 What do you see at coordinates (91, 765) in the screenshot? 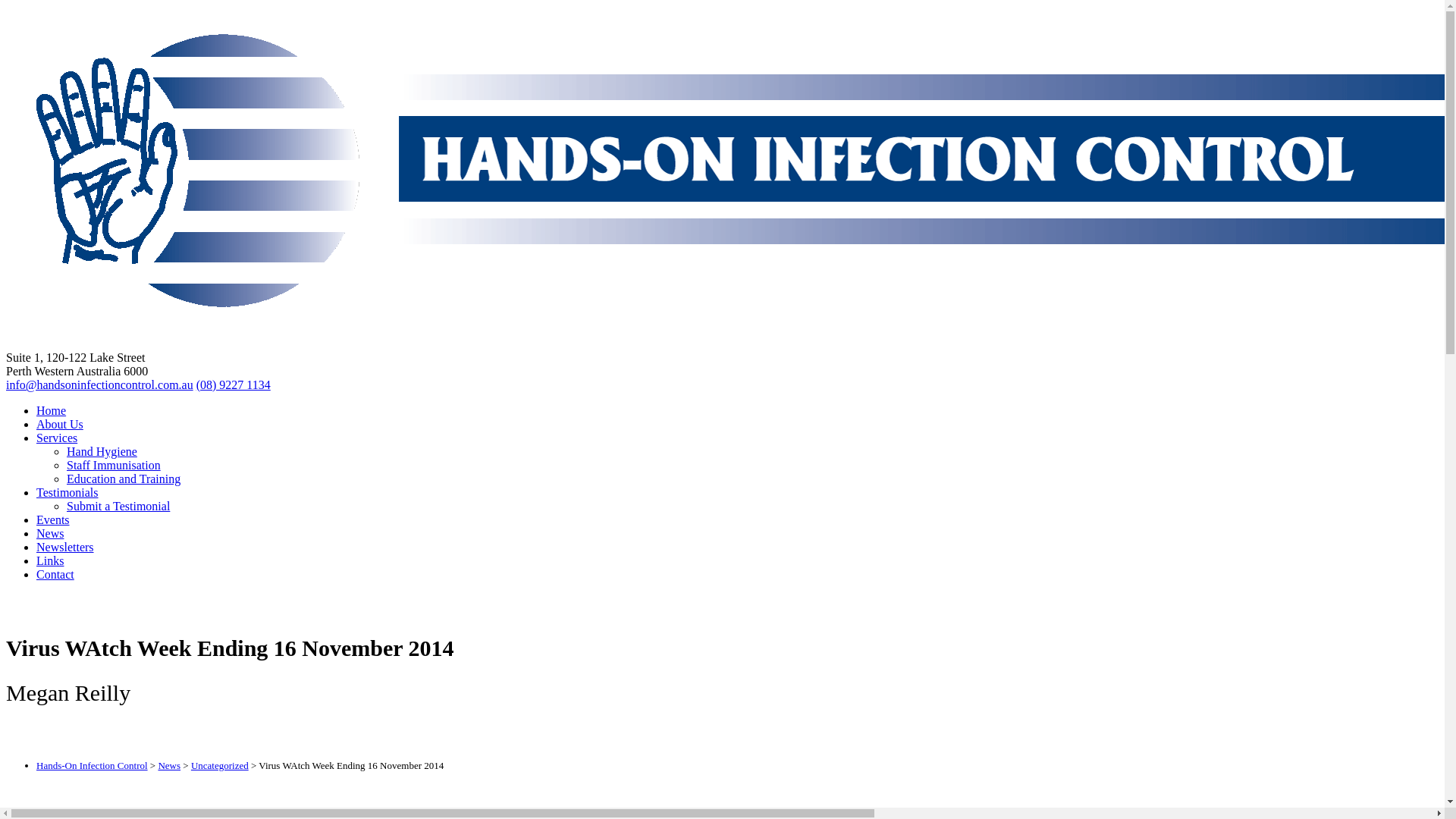
I see `'Hands-On Infection Control'` at bounding box center [91, 765].